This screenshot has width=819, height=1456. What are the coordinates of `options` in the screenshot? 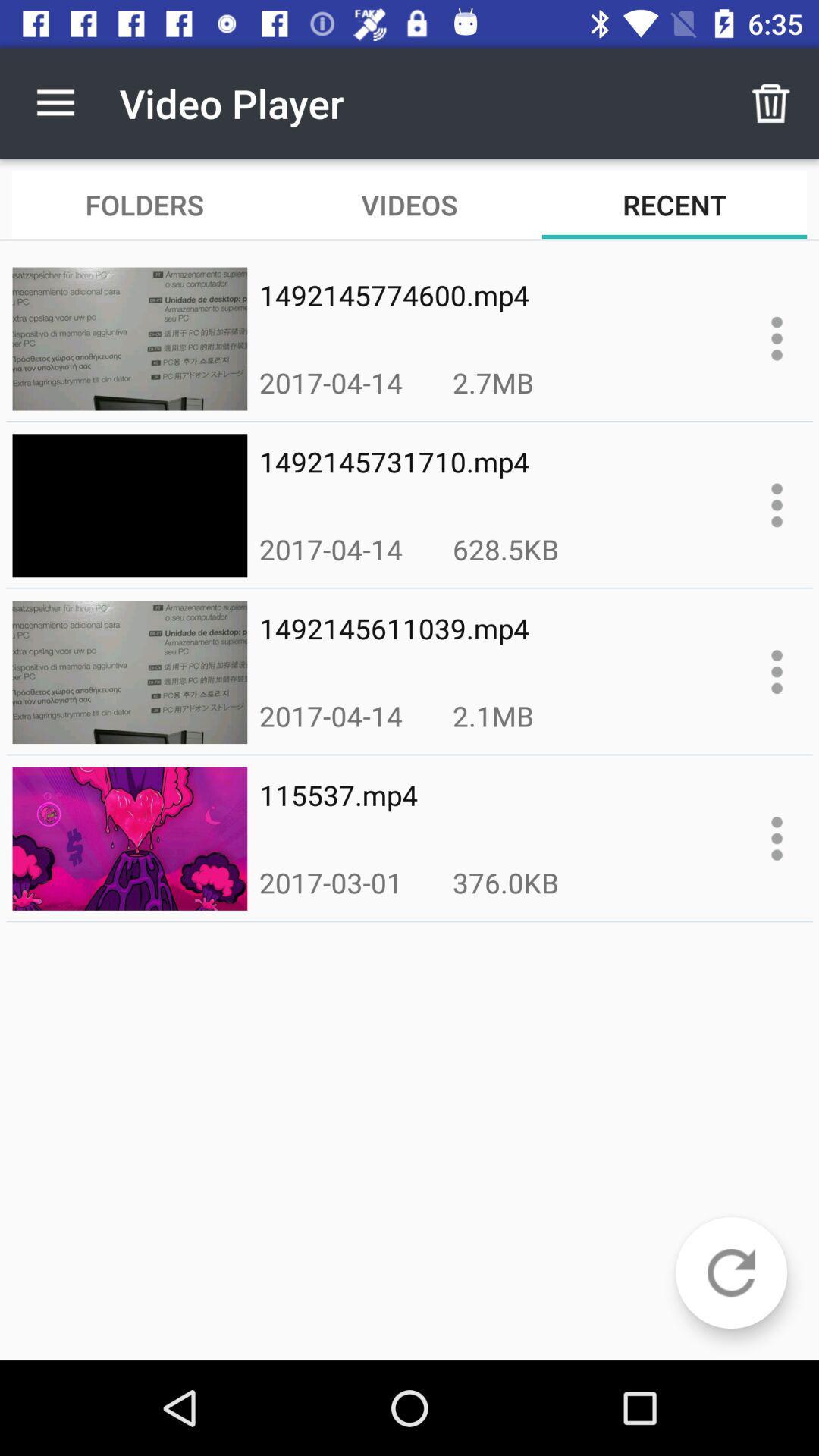 It's located at (777, 837).